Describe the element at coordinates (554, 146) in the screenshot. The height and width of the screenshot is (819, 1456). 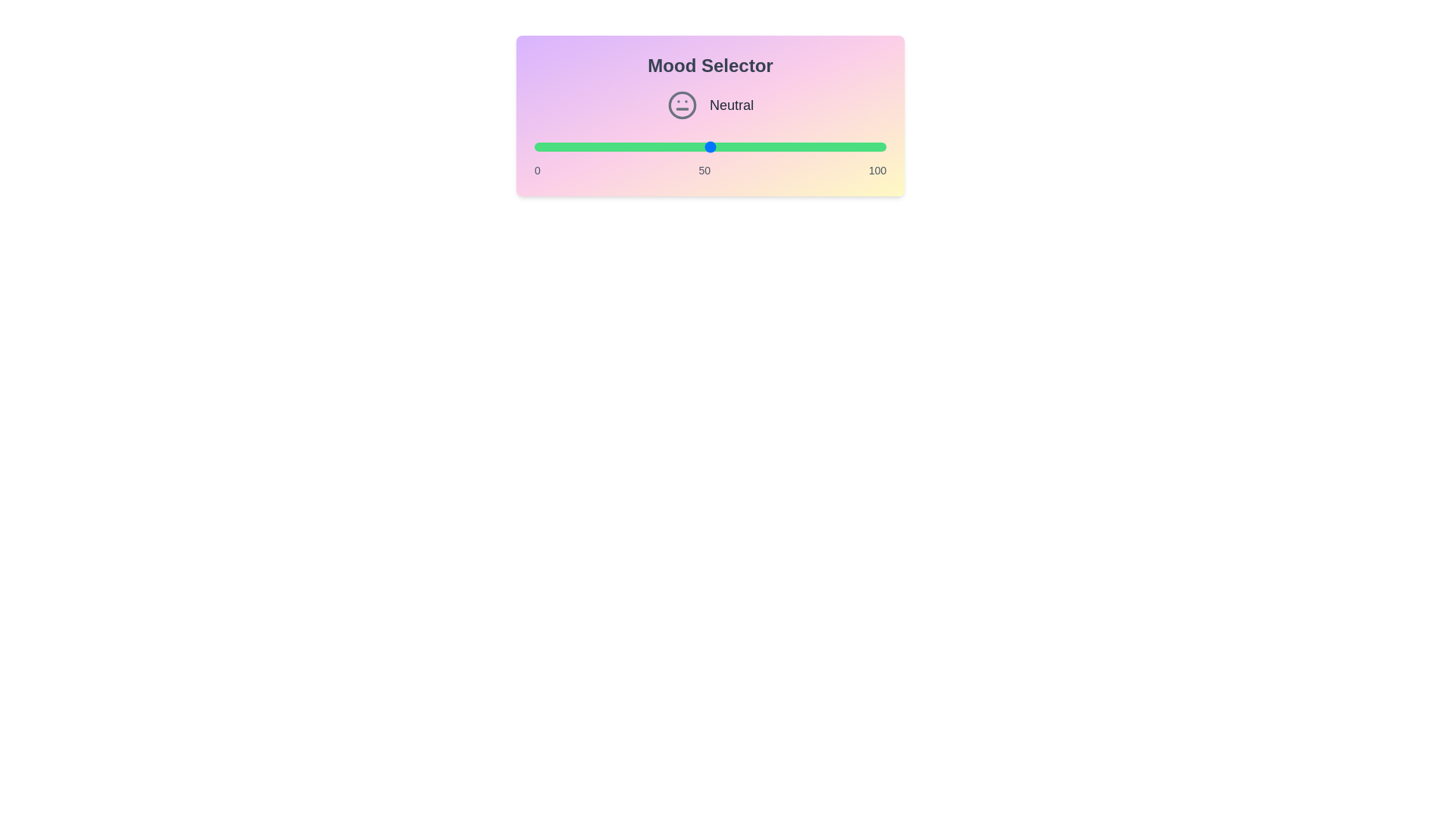
I see `the slider to set the mood value to 6` at that location.